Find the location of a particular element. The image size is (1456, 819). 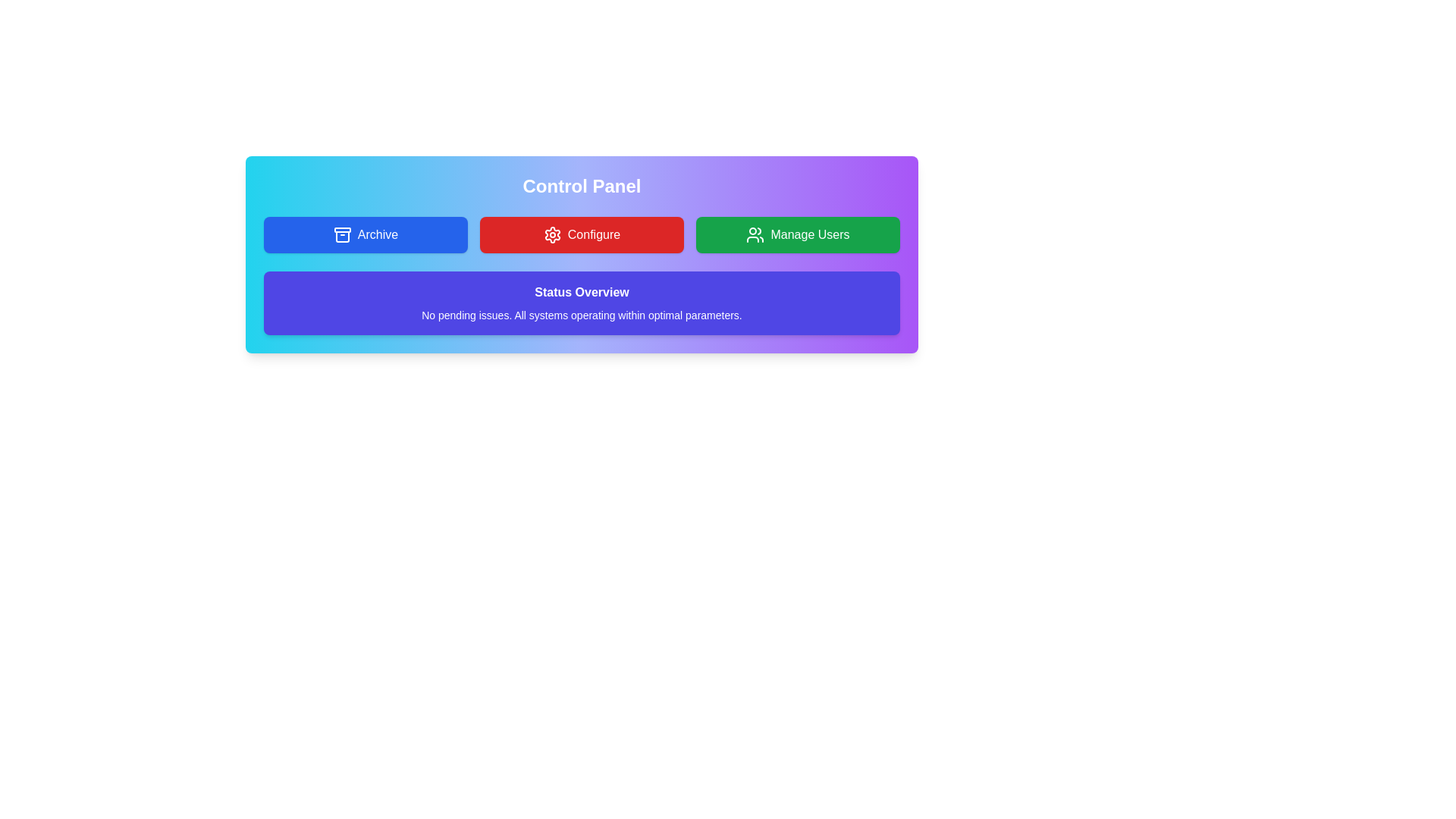

the green rectangular button labeled 'Manage Users' featuring a user icon, positioned as the third button in a horizontal row of buttons is located at coordinates (797, 234).